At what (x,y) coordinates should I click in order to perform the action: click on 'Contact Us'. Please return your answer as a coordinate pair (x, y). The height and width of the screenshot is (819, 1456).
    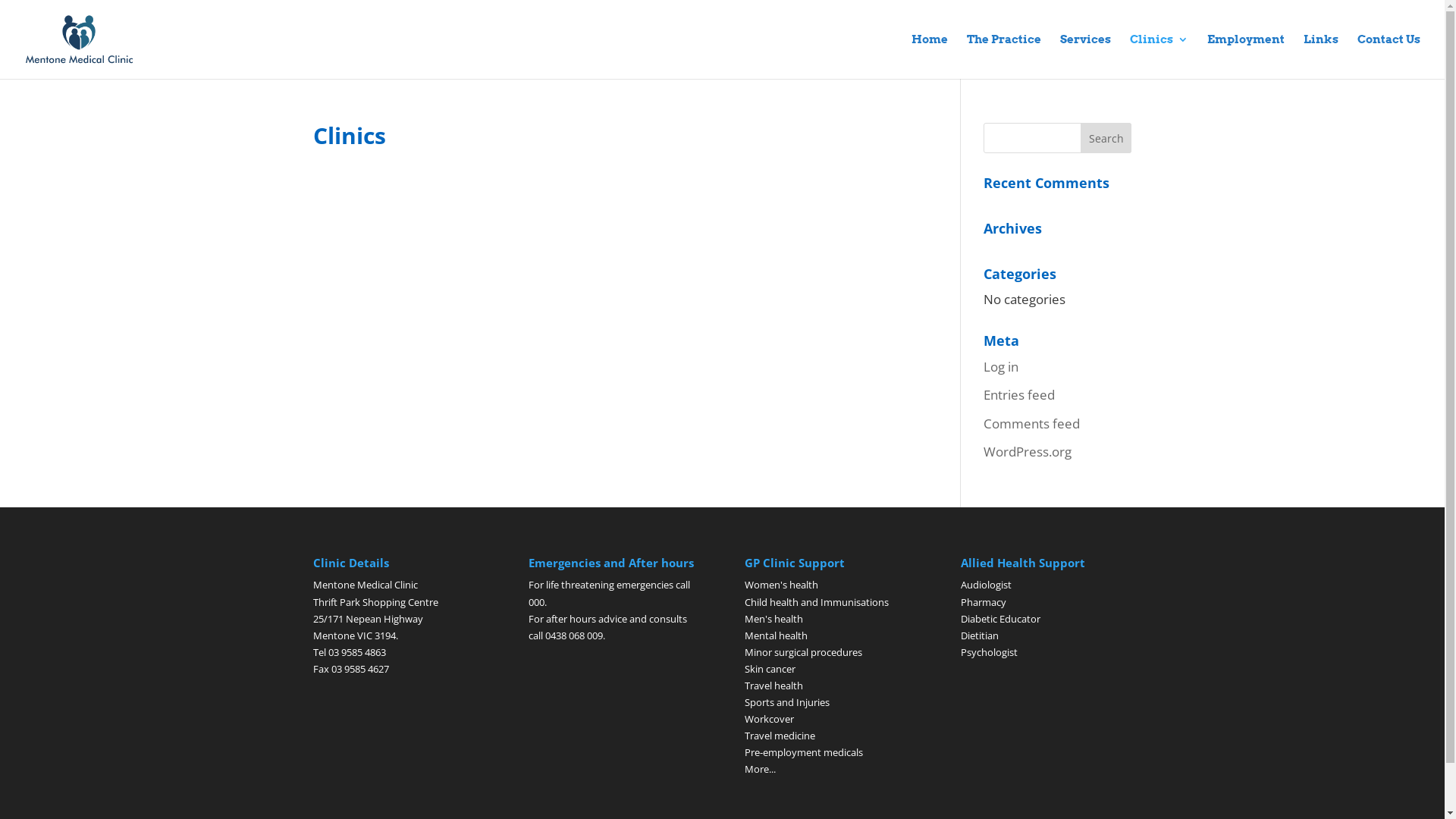
    Looking at the image, I should click on (1389, 55).